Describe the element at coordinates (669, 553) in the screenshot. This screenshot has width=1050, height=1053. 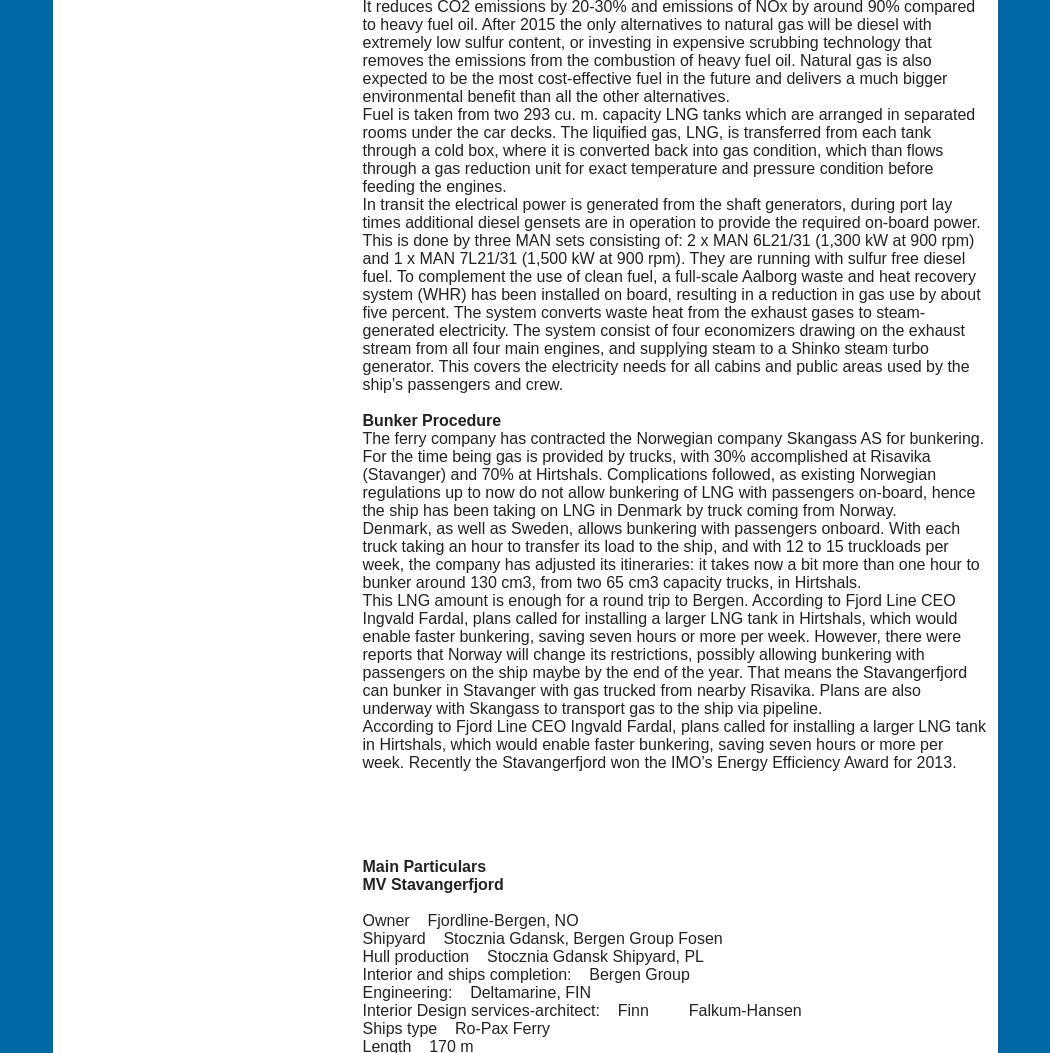
I see `'Denmark, as well as Sweden, allows bunkering with passengers onboard. With each truck taking an hour to transfer its load to the ship, and with 12 to 15 truckloads per week, the company has adjusted its itineraries: it takes now a bit more than one hour to bunker around 130 cm3, from two 65 cm3 capacity trucks, in Hirtshals.'` at that location.